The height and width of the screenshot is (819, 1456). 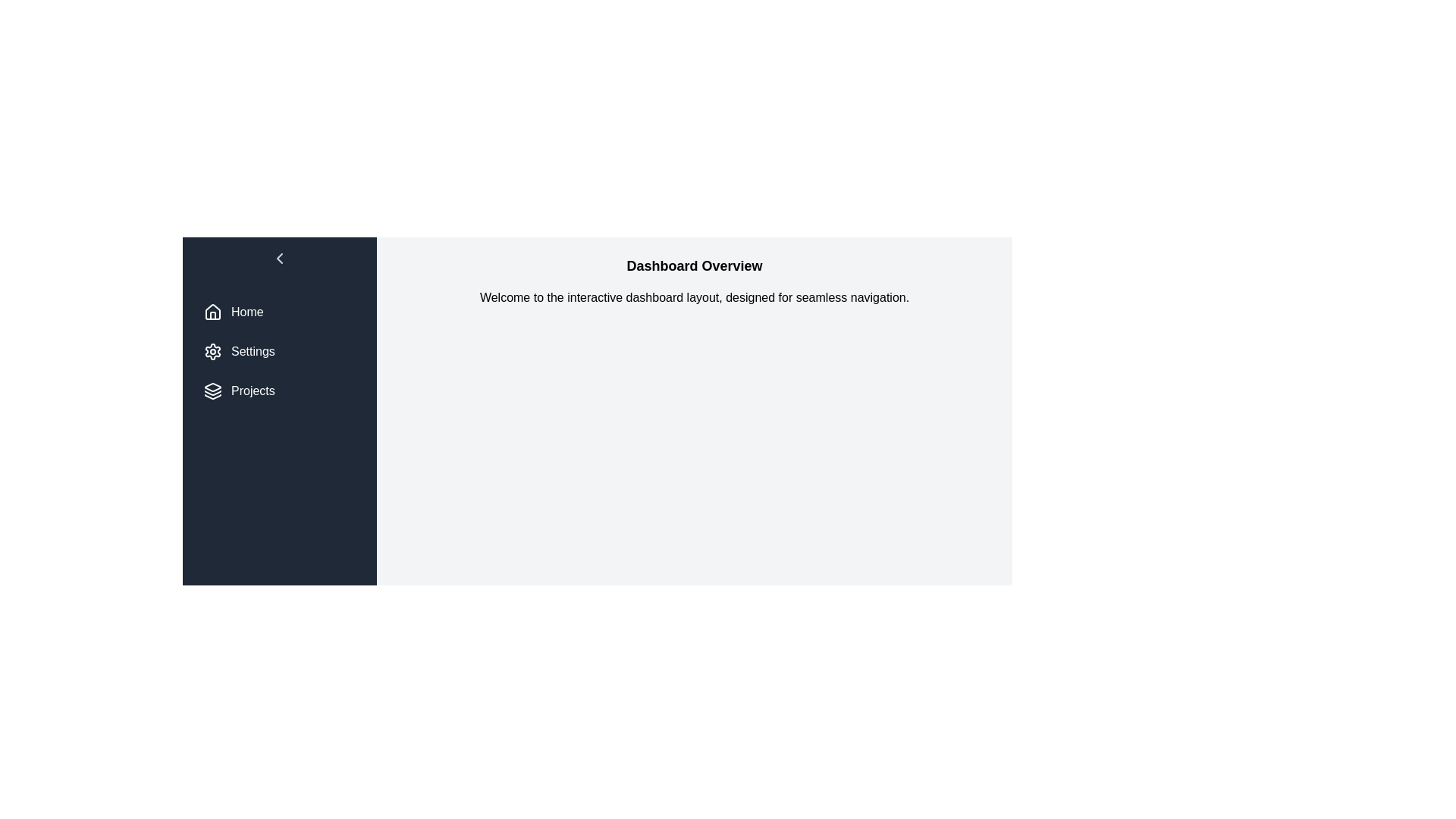 What do you see at coordinates (280, 260) in the screenshot?
I see `the Icon button (left arrow) located at the topmost area of the sidebar` at bounding box center [280, 260].